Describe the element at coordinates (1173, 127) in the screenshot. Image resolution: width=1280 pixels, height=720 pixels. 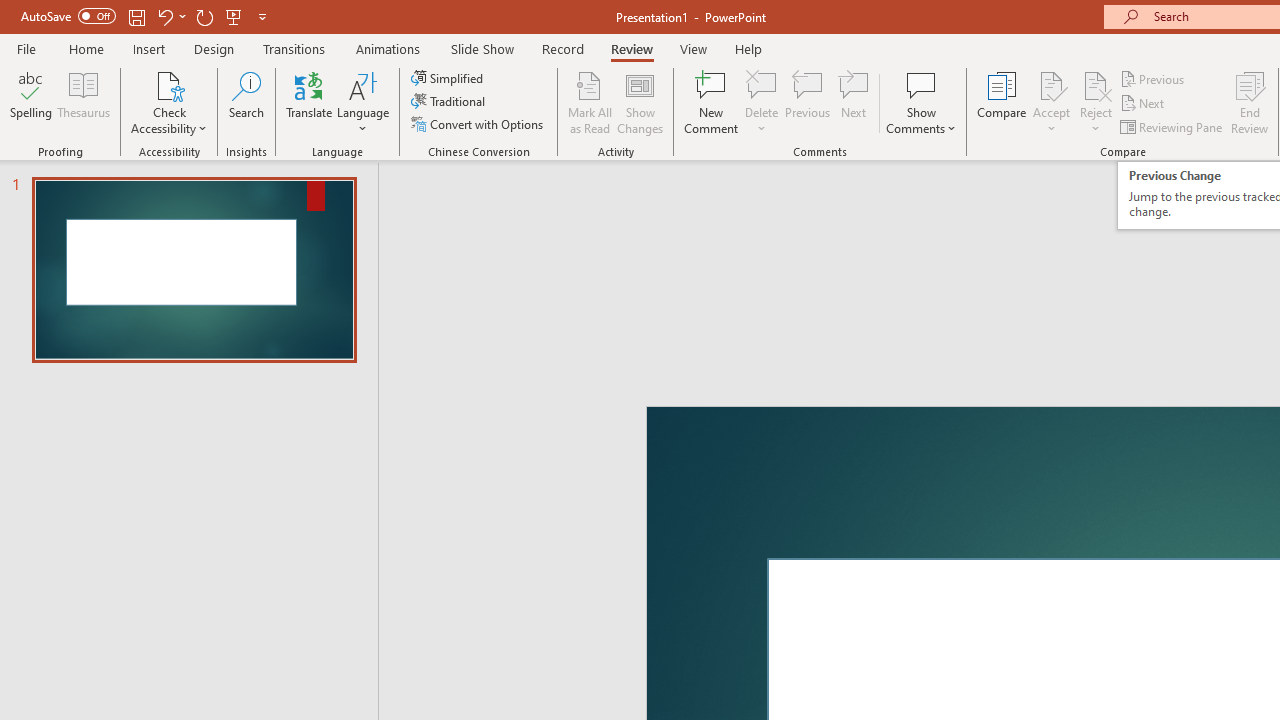
I see `'Reviewing Pane'` at that location.